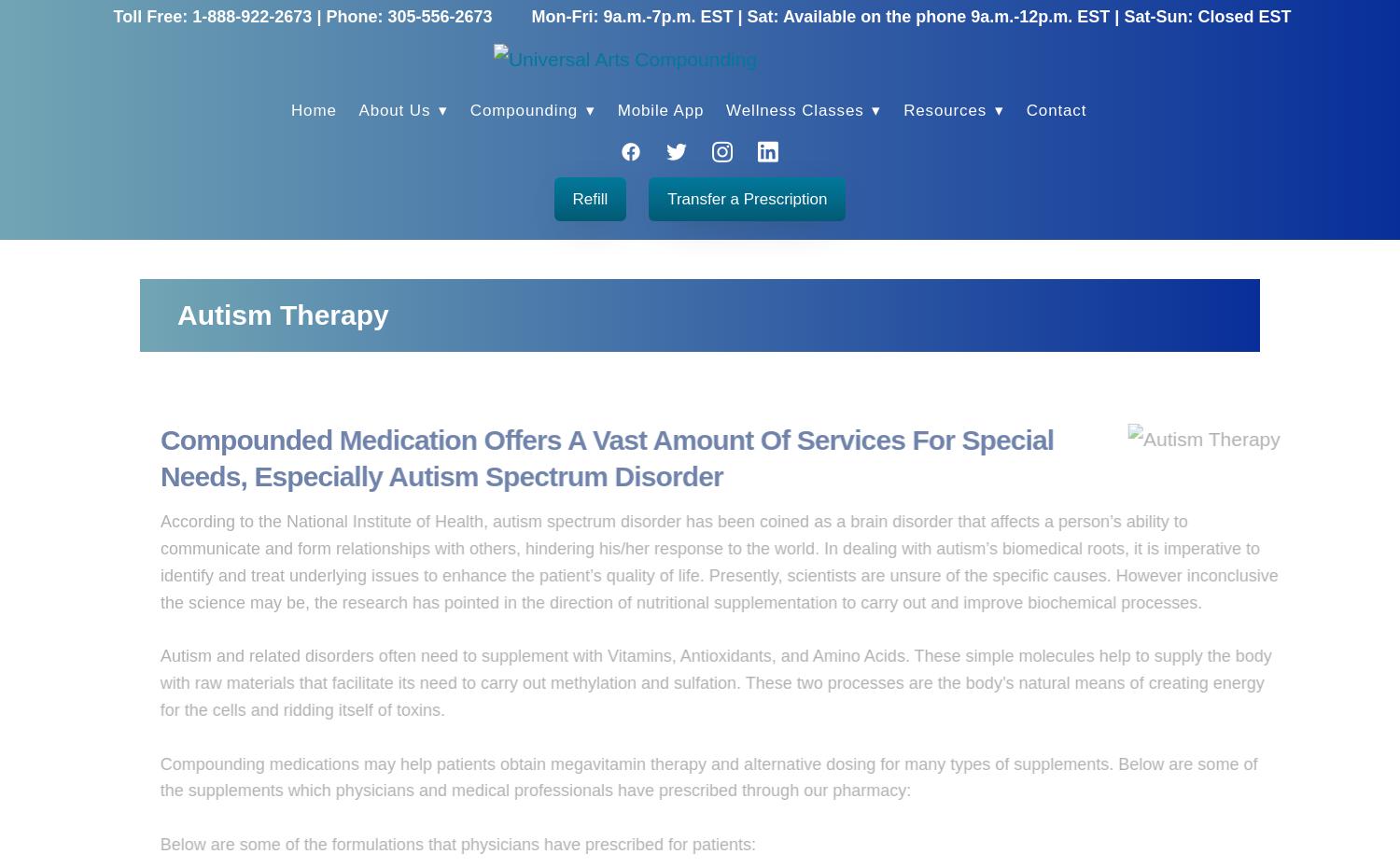 The width and height of the screenshot is (1400, 868). I want to click on 'Autism and related disorders often need to supplement with Vitamins, Antioxidants, and Amino Acids. These simple molecules help to supply the body with raw materials that facilitate its need to carry out methylation and sulfation. These two processes are the body’s natural means of creating energy for the cells and ridding itself of toxins.', so click(694, 683).